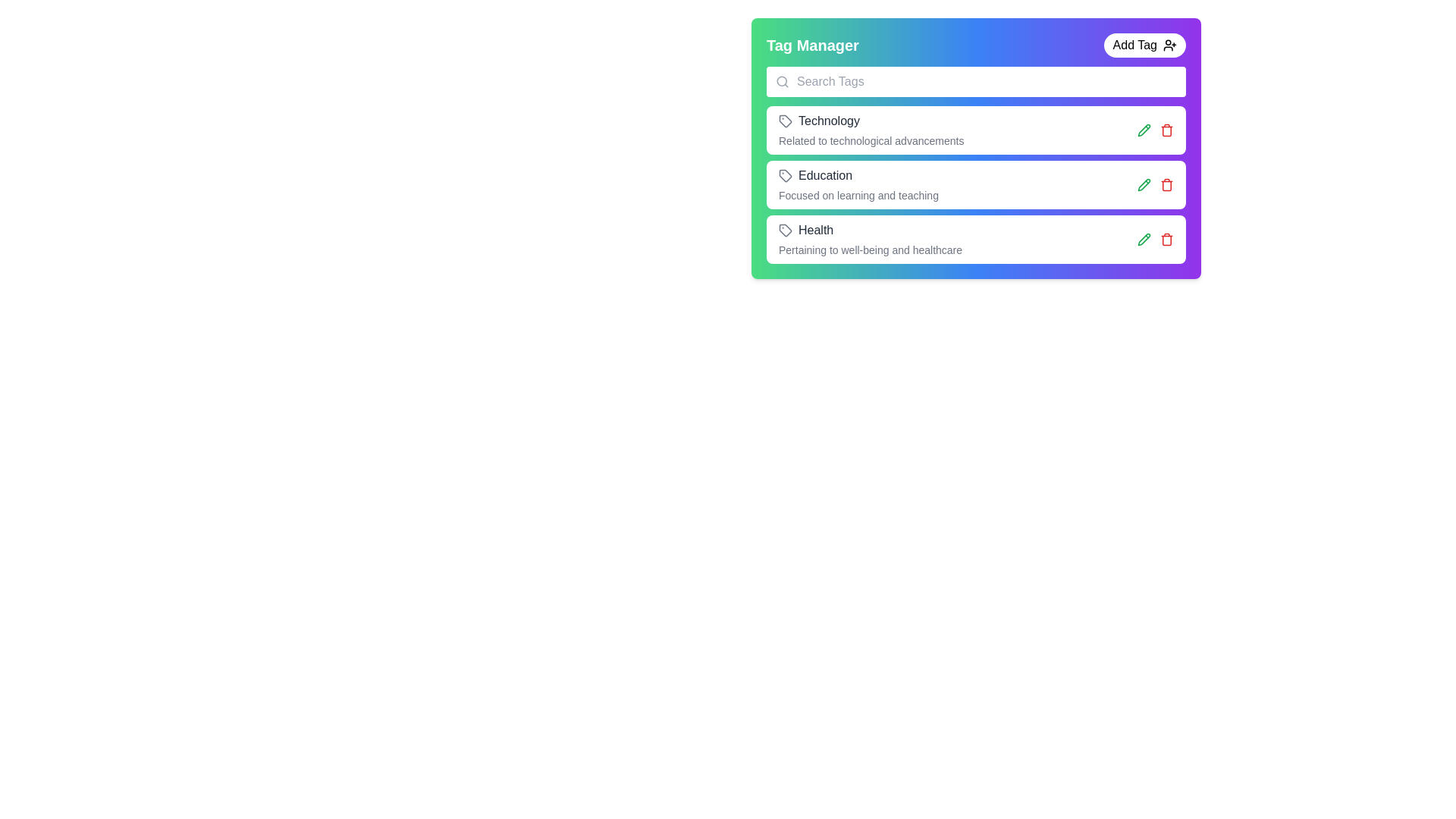 Image resolution: width=1456 pixels, height=819 pixels. Describe the element at coordinates (870, 249) in the screenshot. I see `descriptive text located below the 'Health' label in the 'Tag Manager' interface, which provides additional context about the associated tag` at that location.